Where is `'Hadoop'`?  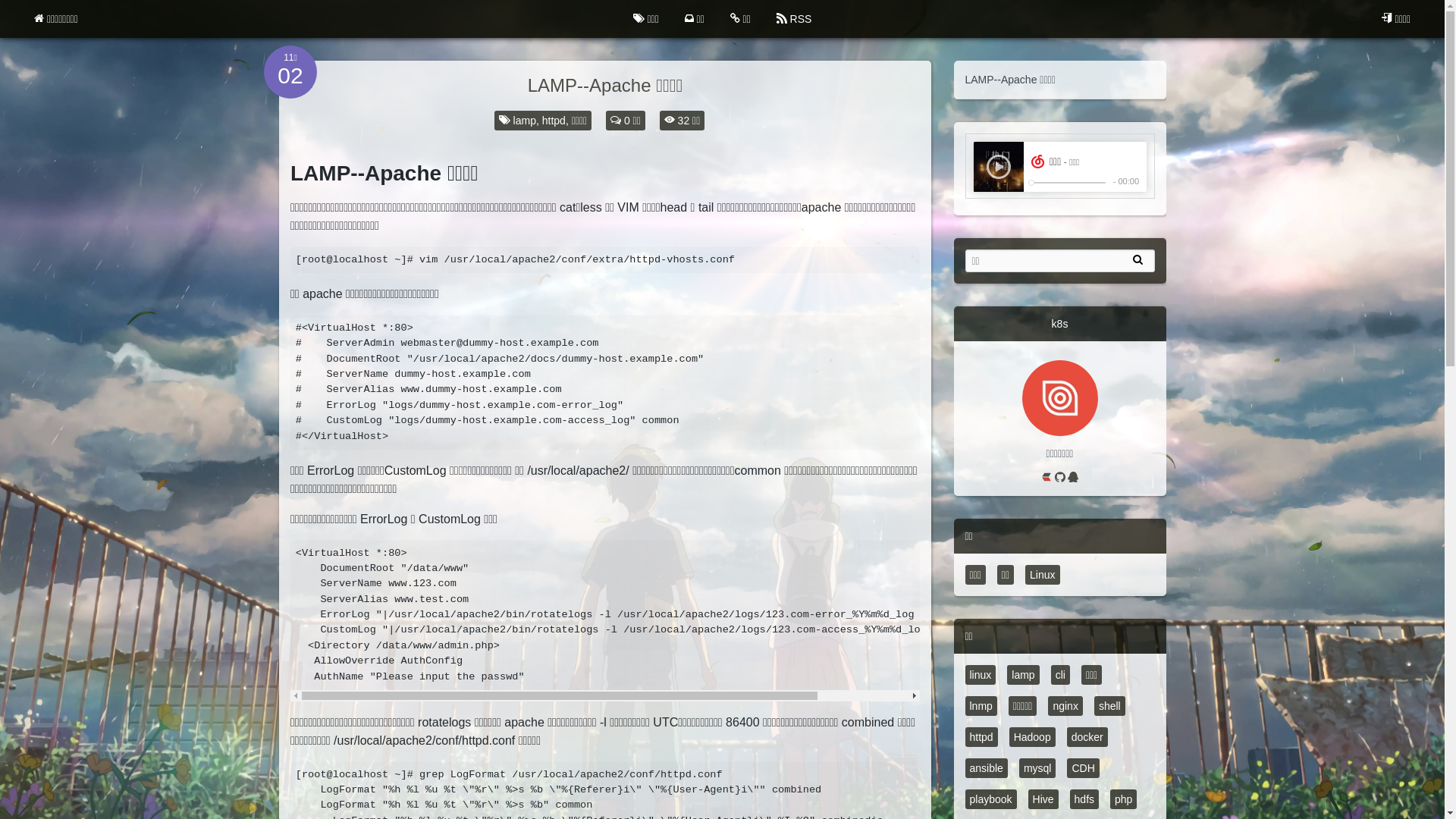 'Hadoop' is located at coordinates (1031, 736).